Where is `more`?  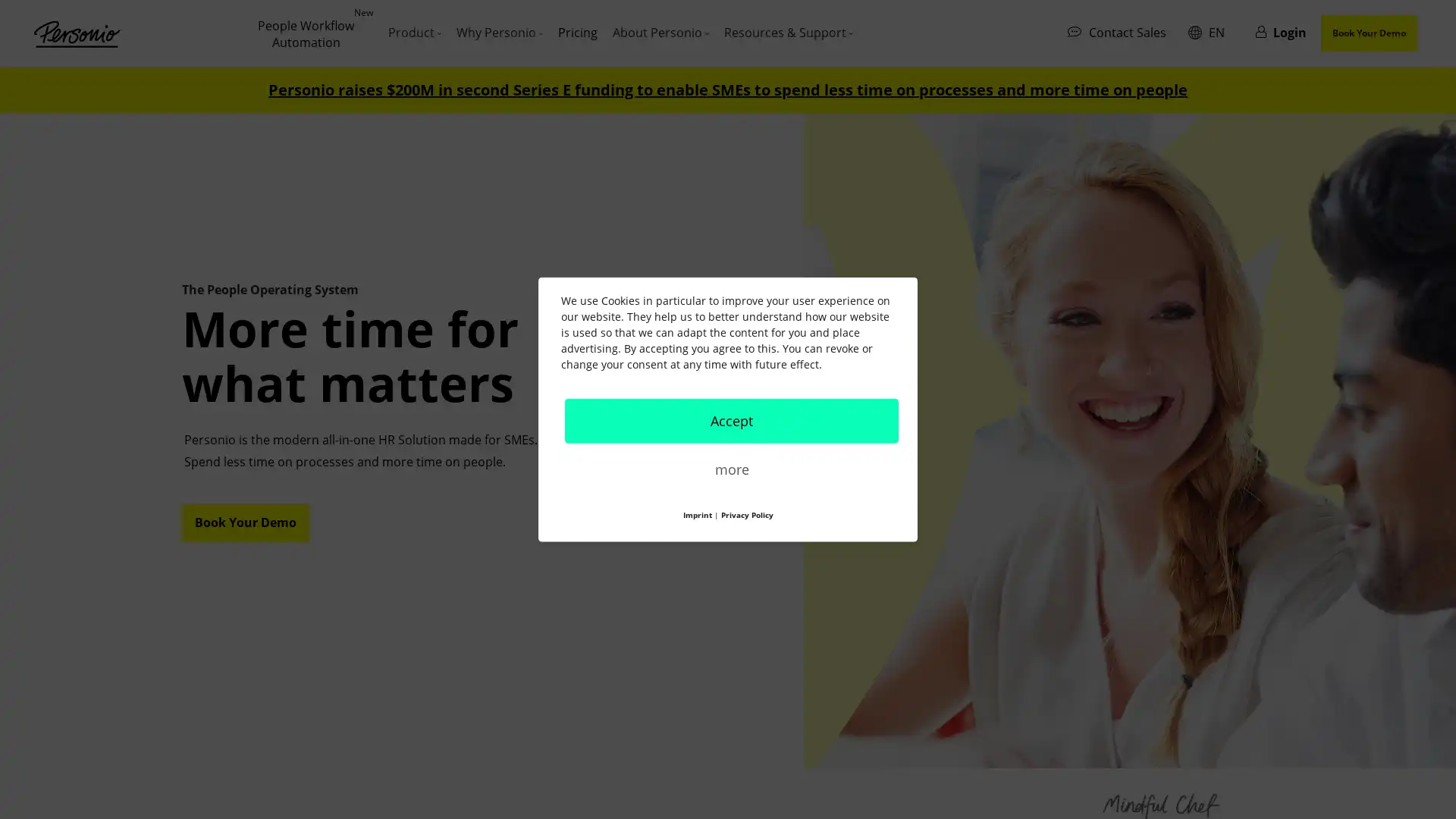 more is located at coordinates (731, 467).